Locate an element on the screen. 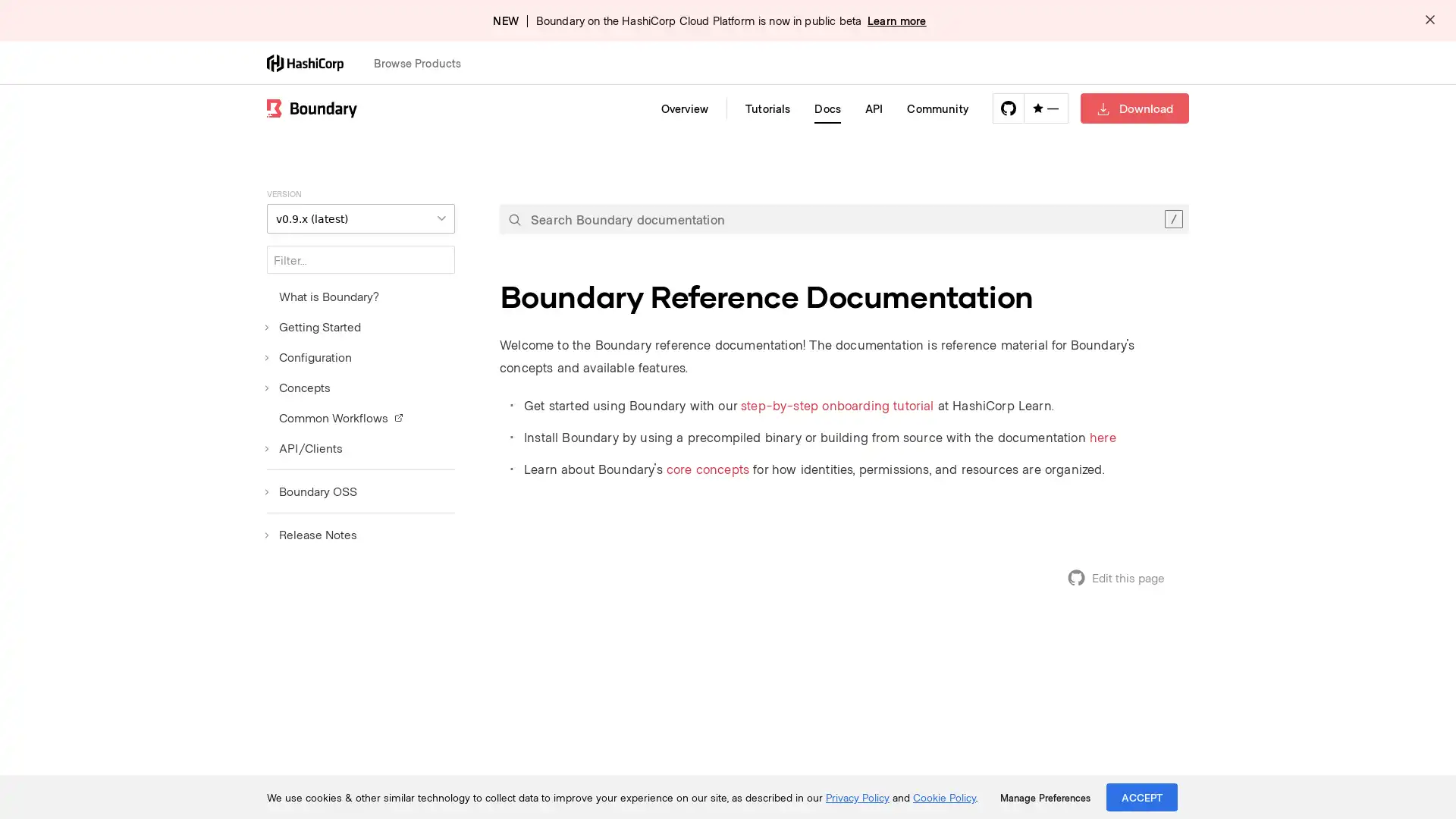  Clear the search query. is located at coordinates (1172, 219).